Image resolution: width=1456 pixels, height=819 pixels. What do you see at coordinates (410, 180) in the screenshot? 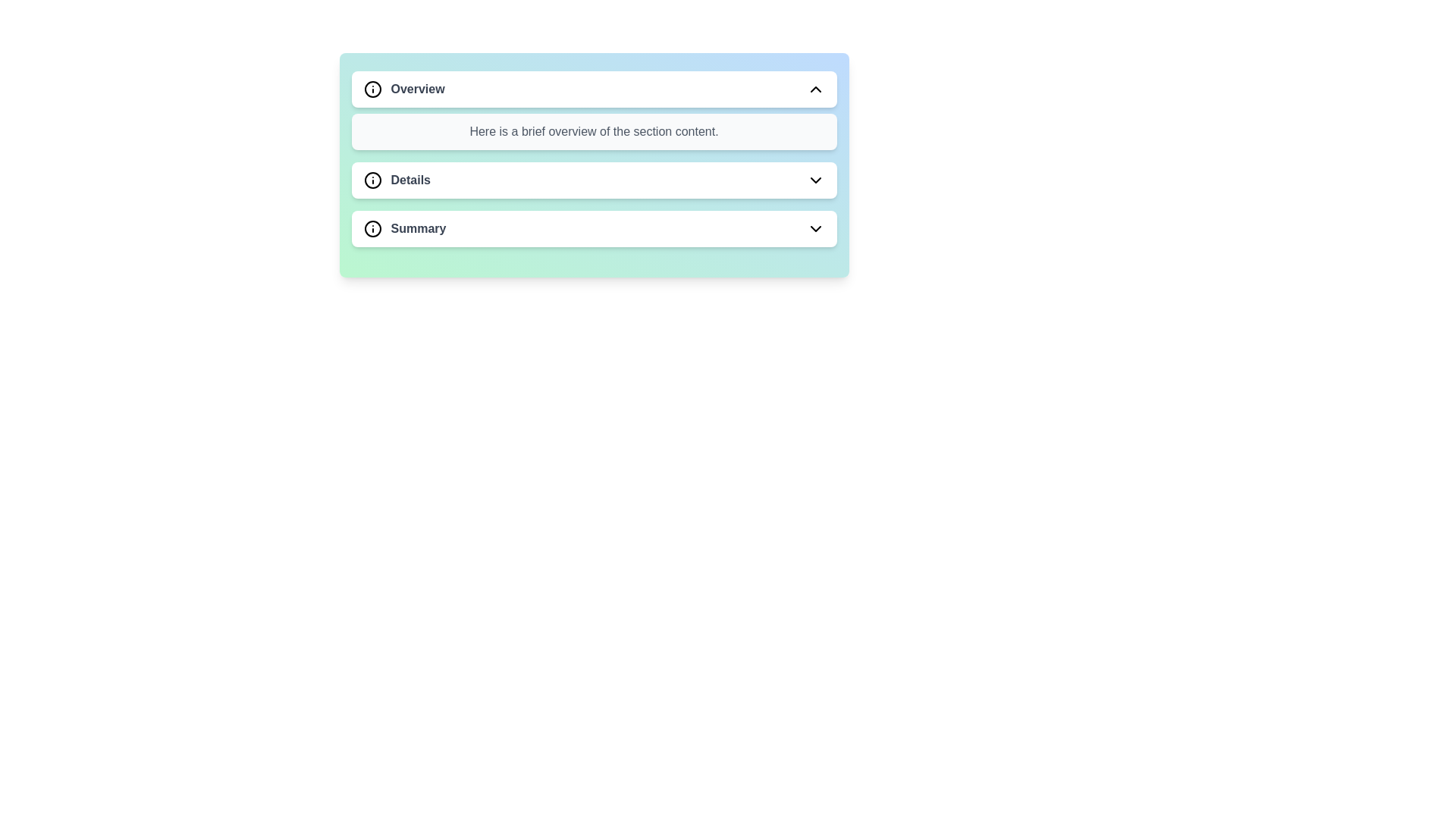
I see `text label 'Details' which is styled in bold gray font and is part of a minimalistic interface, located in the second section of a vertically stacked group labeled 'Overview,' 'Details,' and 'Summary.'` at bounding box center [410, 180].